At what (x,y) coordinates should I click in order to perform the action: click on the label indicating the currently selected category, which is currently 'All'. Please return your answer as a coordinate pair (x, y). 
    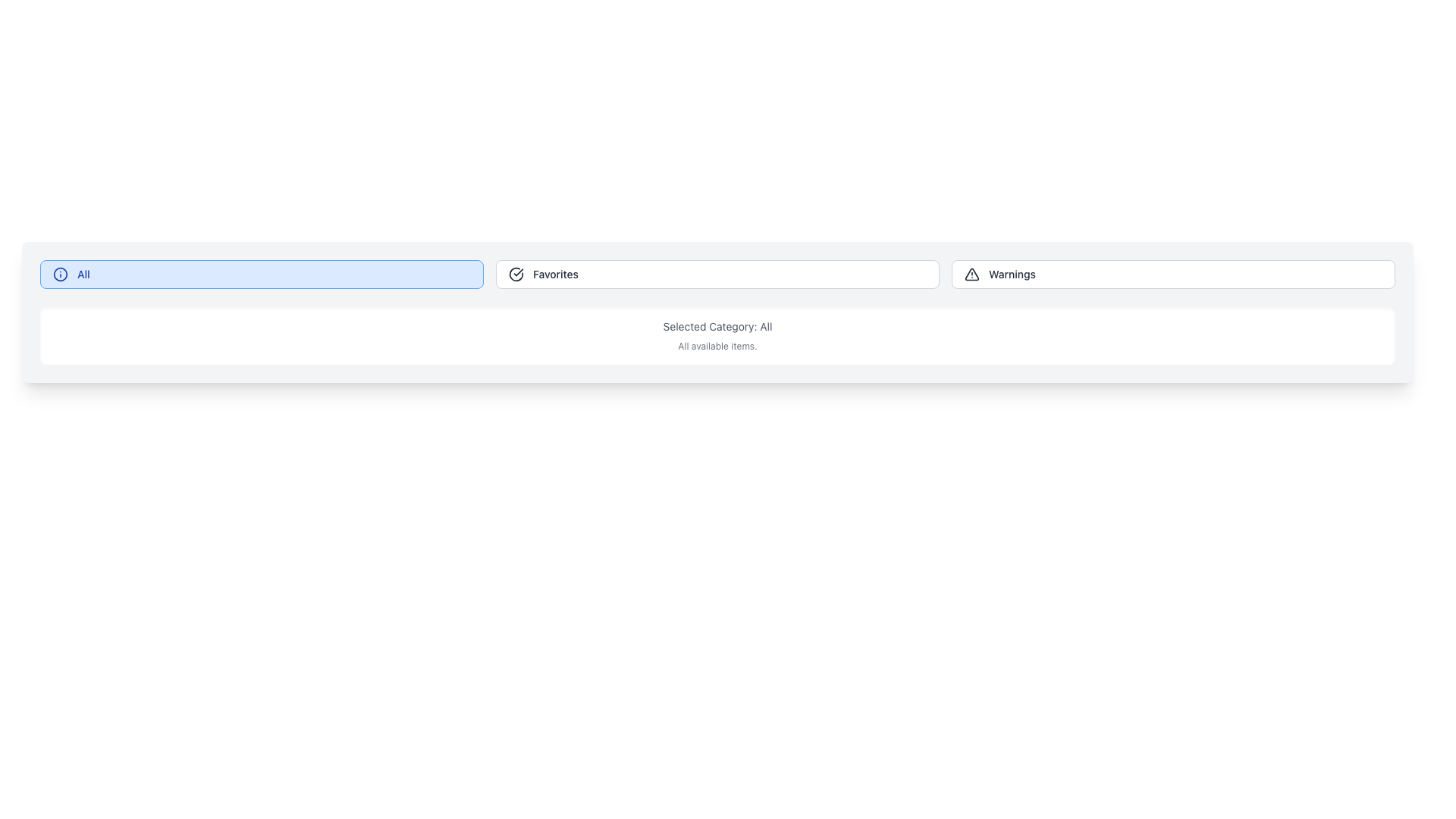
    Looking at the image, I should click on (717, 326).